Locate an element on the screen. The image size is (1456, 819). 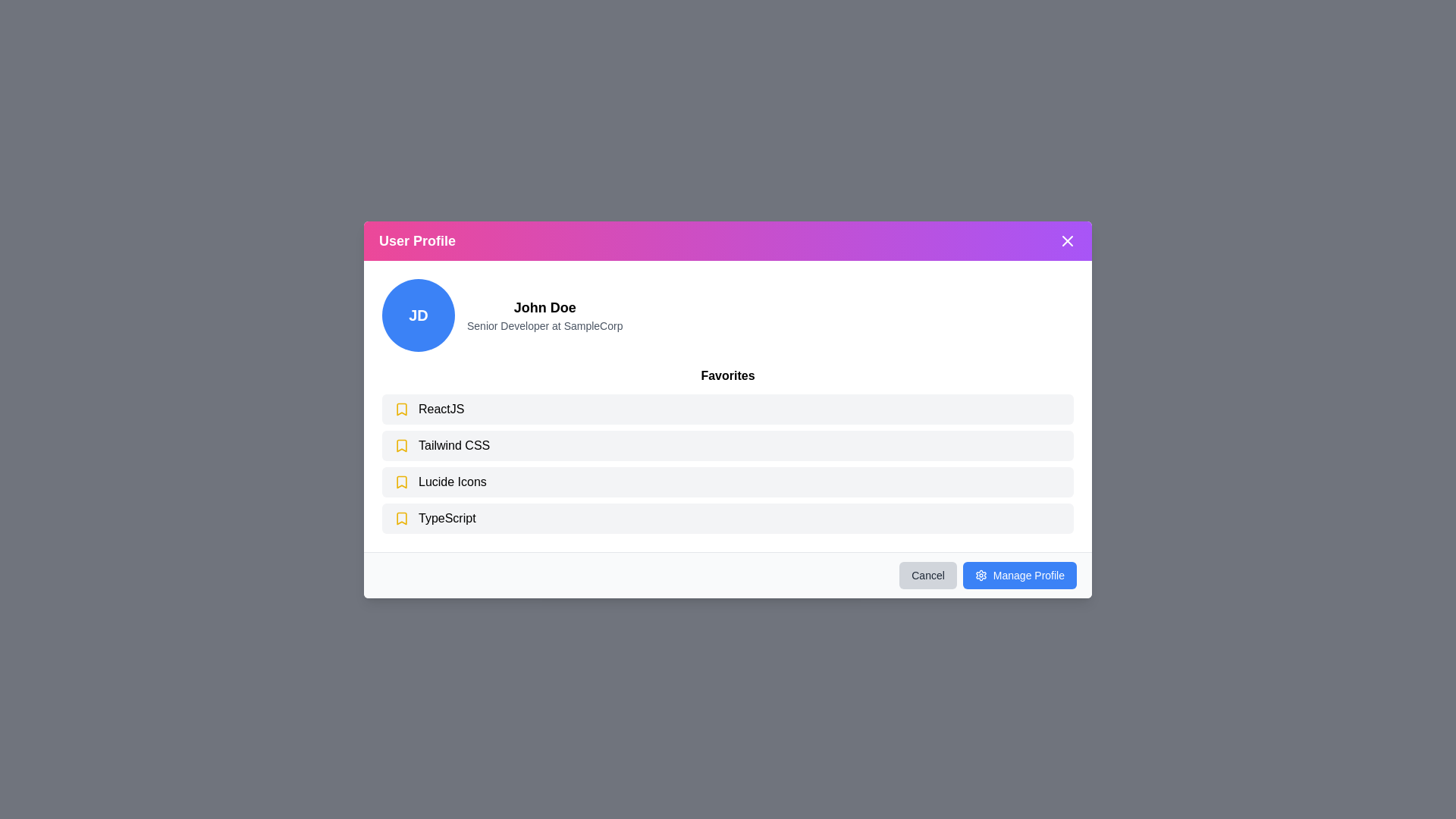
the static text element located beneath 'John Doe' in the user profile section, which provides additional information about the user's role and organization is located at coordinates (544, 325).